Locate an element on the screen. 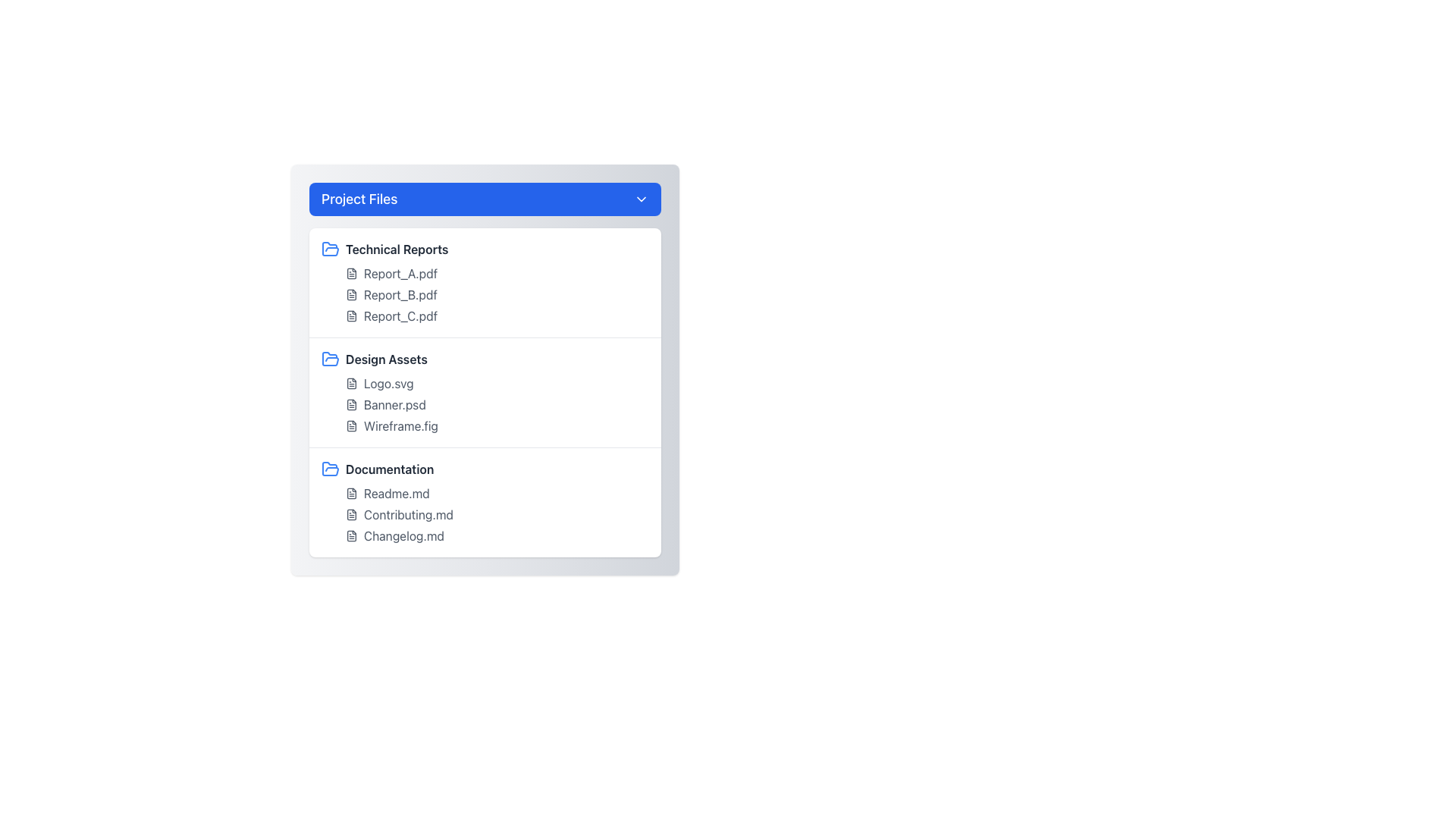  the file icon represented by the primary rectangle in the 'Wireframe.fig' row under the 'Design Assets' section is located at coordinates (351, 426).